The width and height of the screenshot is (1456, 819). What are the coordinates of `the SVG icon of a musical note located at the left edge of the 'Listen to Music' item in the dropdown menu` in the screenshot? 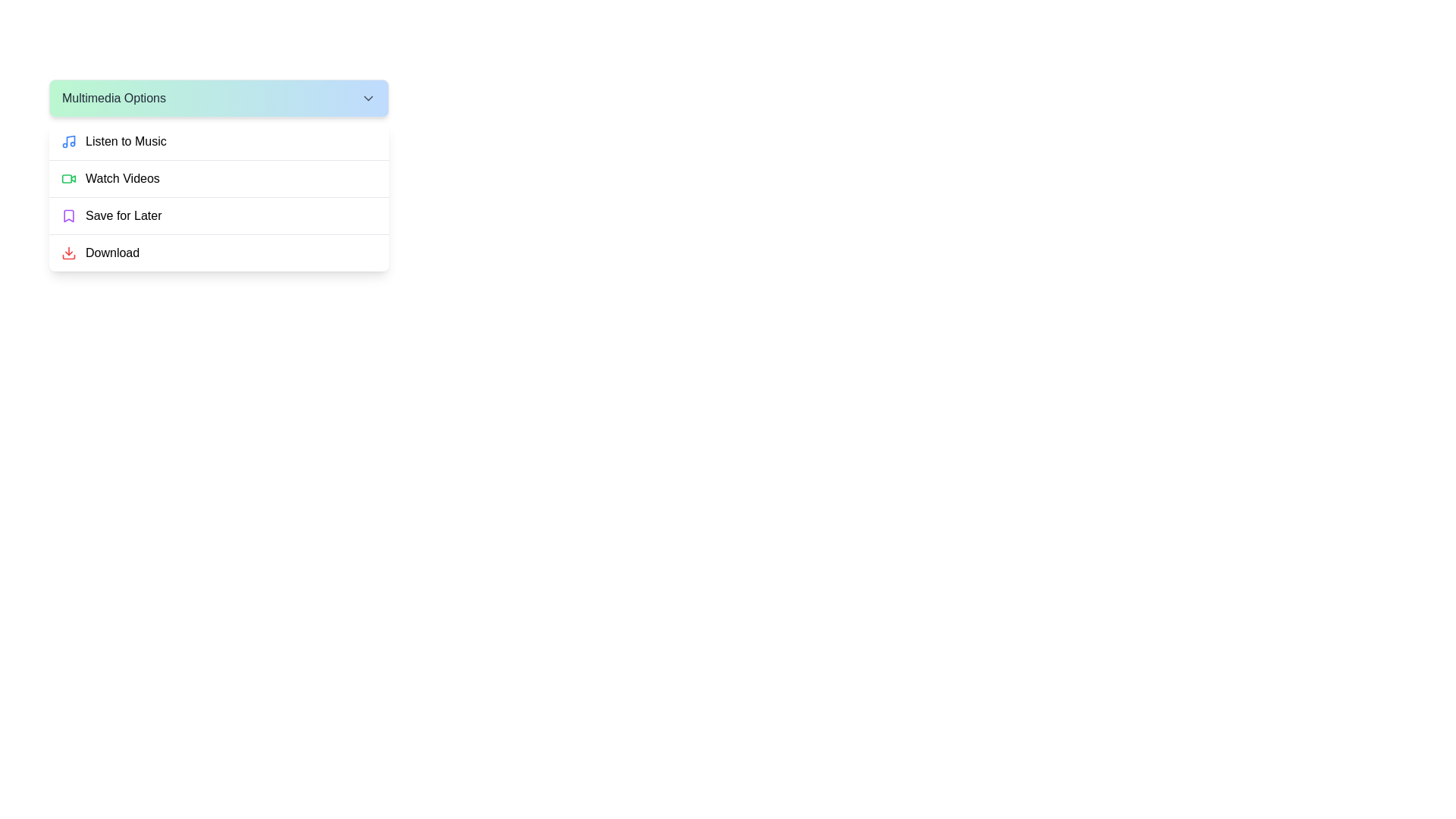 It's located at (68, 141).